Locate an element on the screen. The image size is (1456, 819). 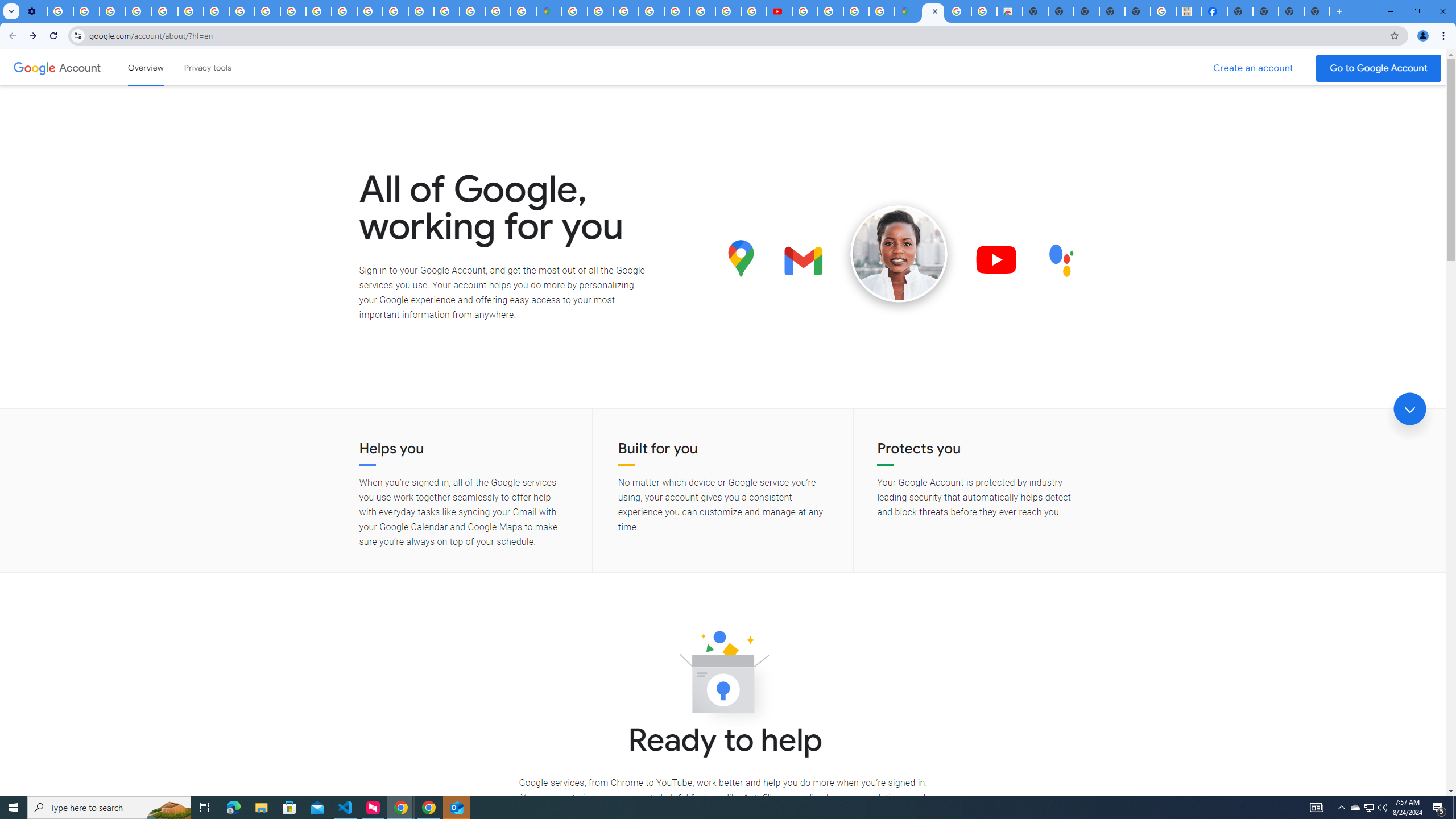
'Ready to help' is located at coordinates (723, 675).